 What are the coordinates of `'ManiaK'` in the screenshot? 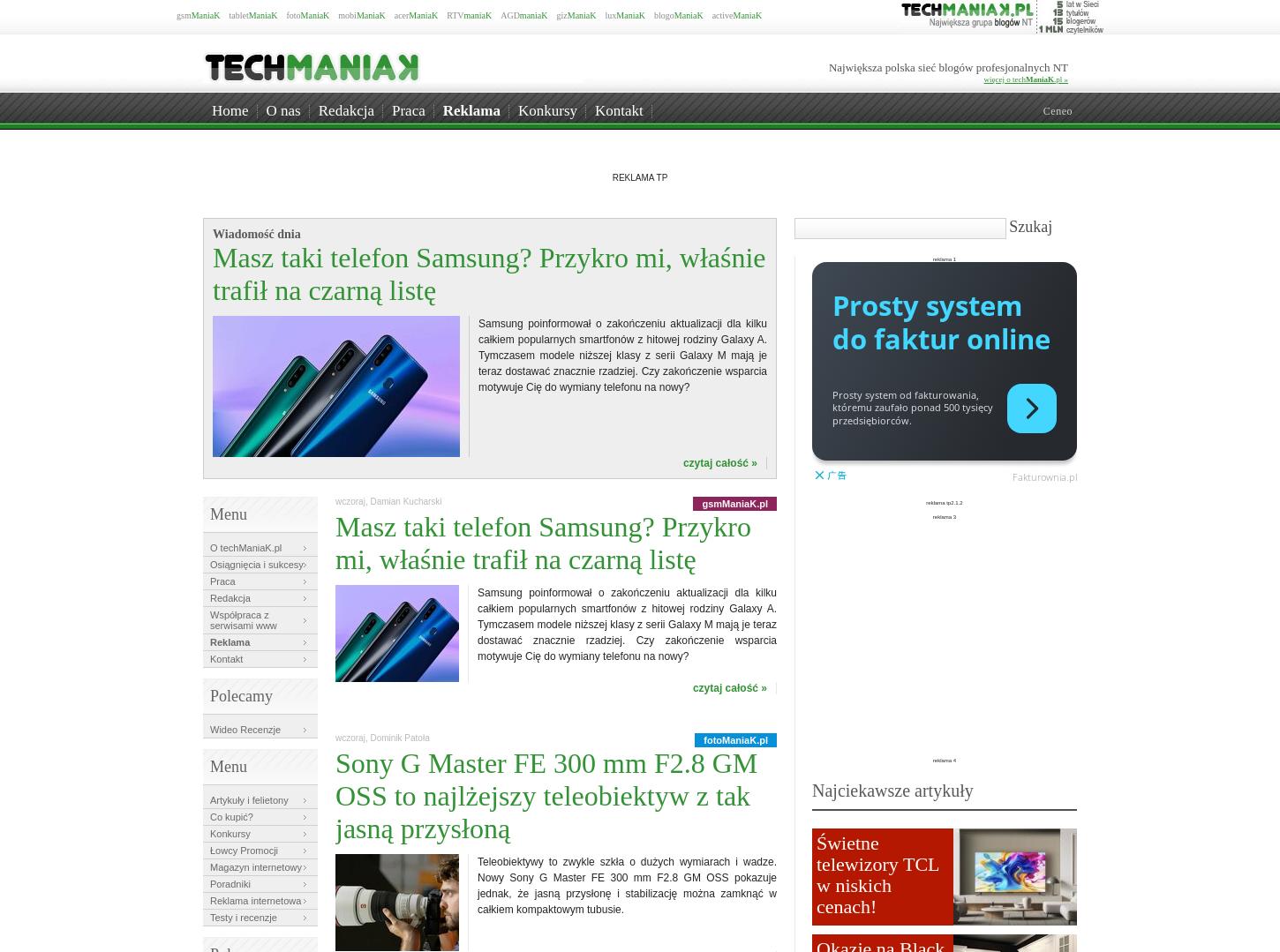 It's located at (1024, 79).